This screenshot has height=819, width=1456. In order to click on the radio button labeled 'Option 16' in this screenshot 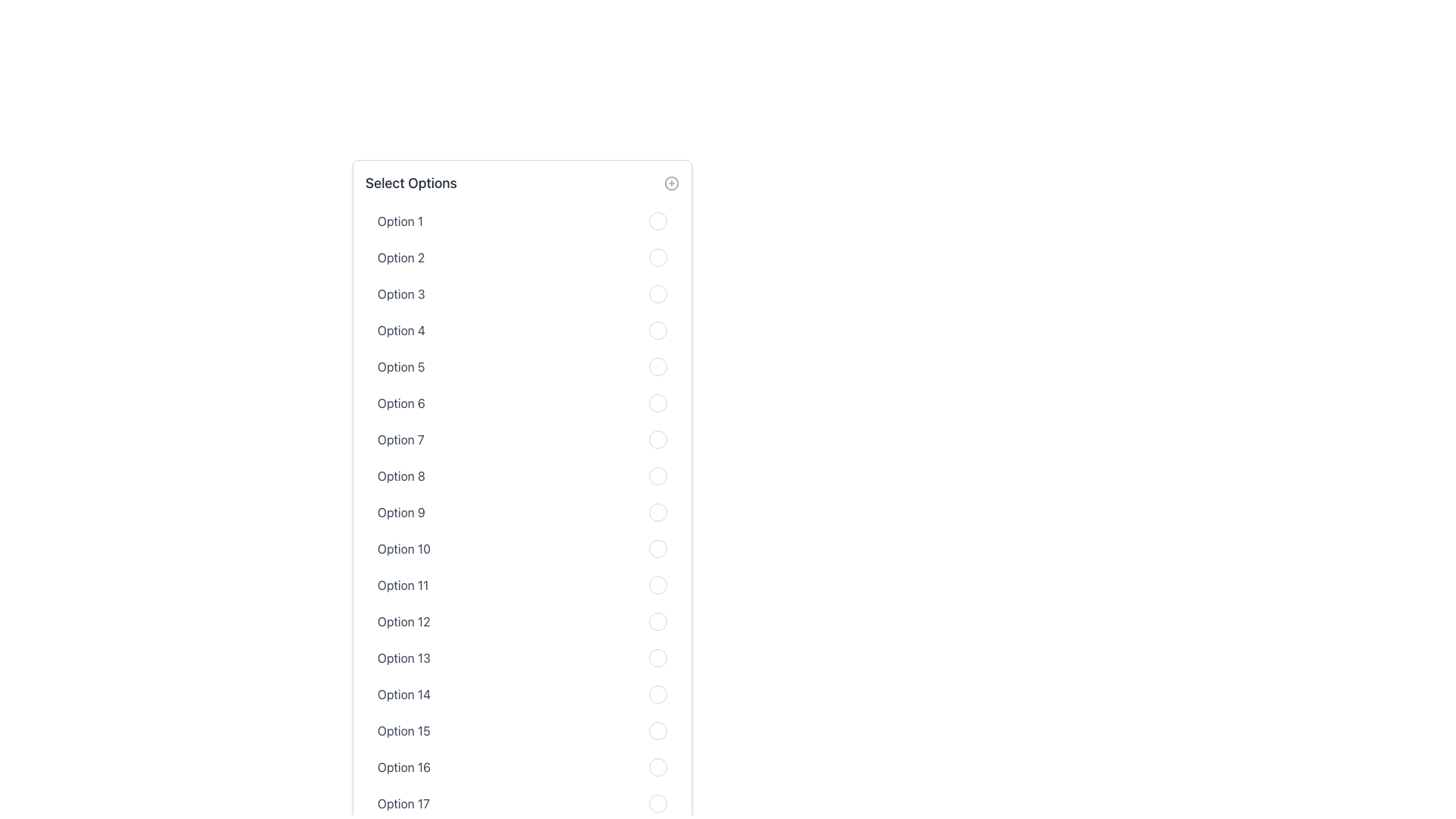, I will do `click(522, 767)`.